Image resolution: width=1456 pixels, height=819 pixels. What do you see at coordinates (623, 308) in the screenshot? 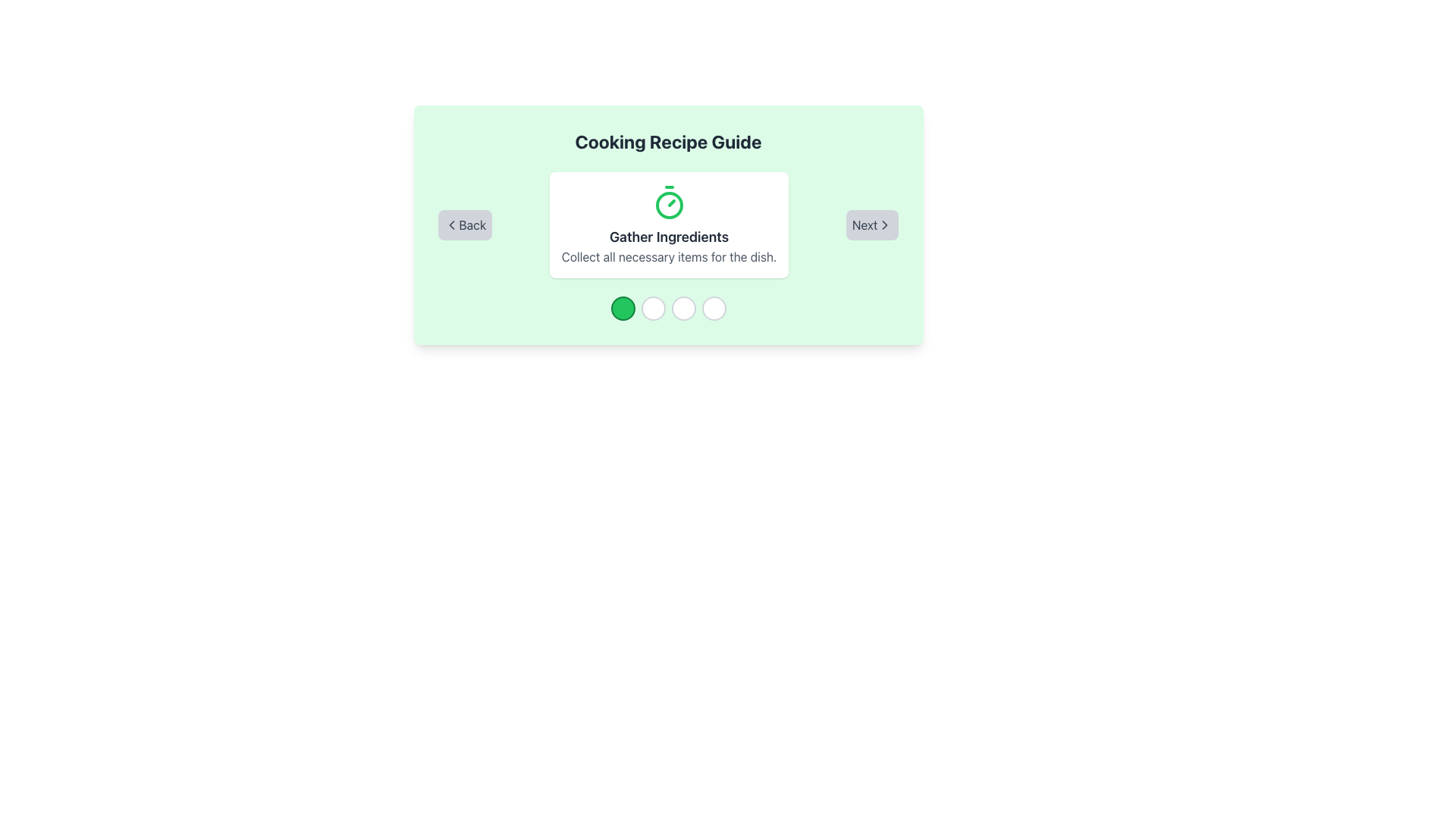
I see `the first circular step progress marker at the bottom center of the interface, which is currently active and indicated by its green color` at bounding box center [623, 308].